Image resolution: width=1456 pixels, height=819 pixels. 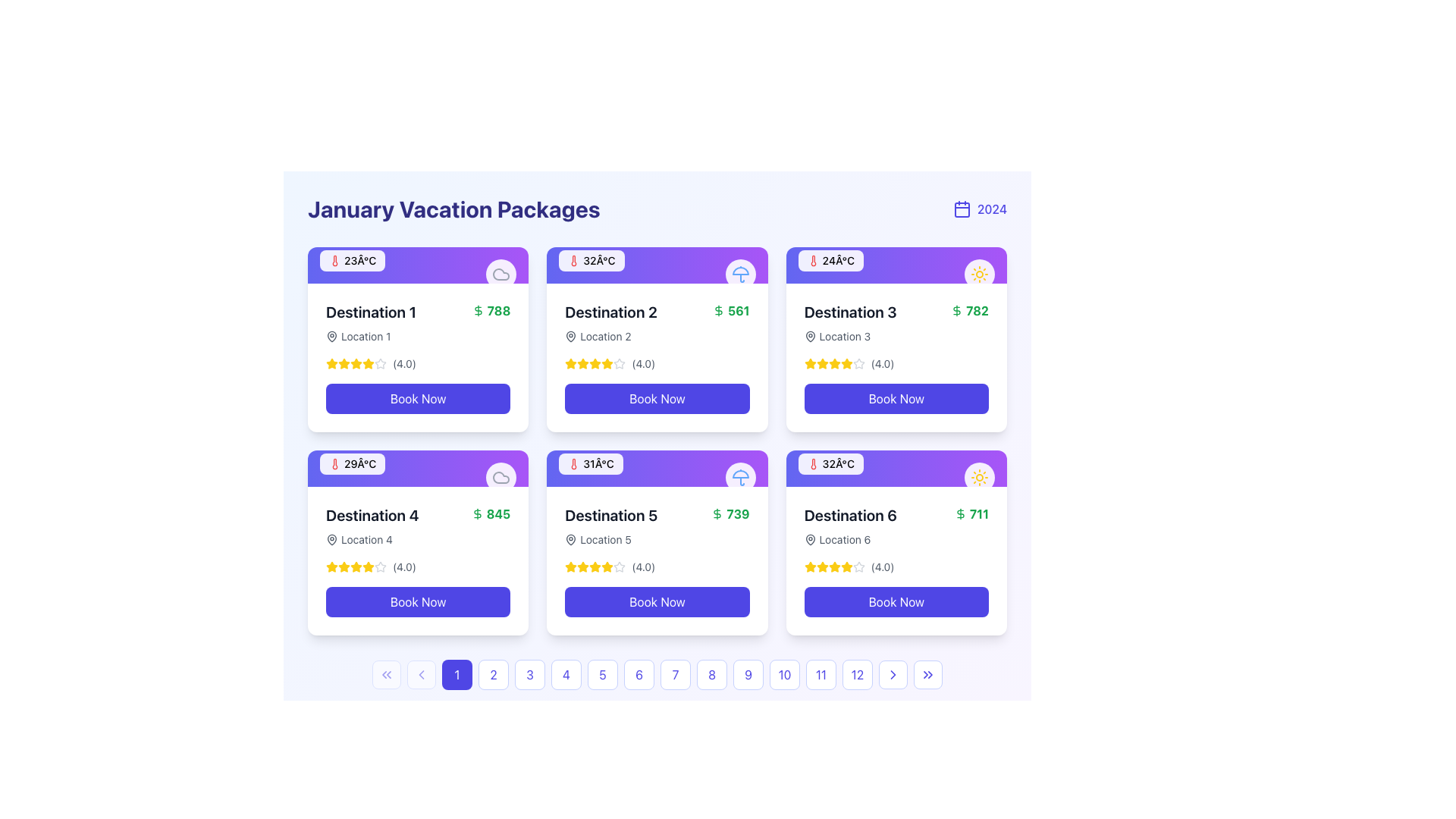 What do you see at coordinates (969, 309) in the screenshot?
I see `the Label with icon that displays the cost or price associated with Destination 3, located in the top-right section of the card for 'Destination 3'` at bounding box center [969, 309].